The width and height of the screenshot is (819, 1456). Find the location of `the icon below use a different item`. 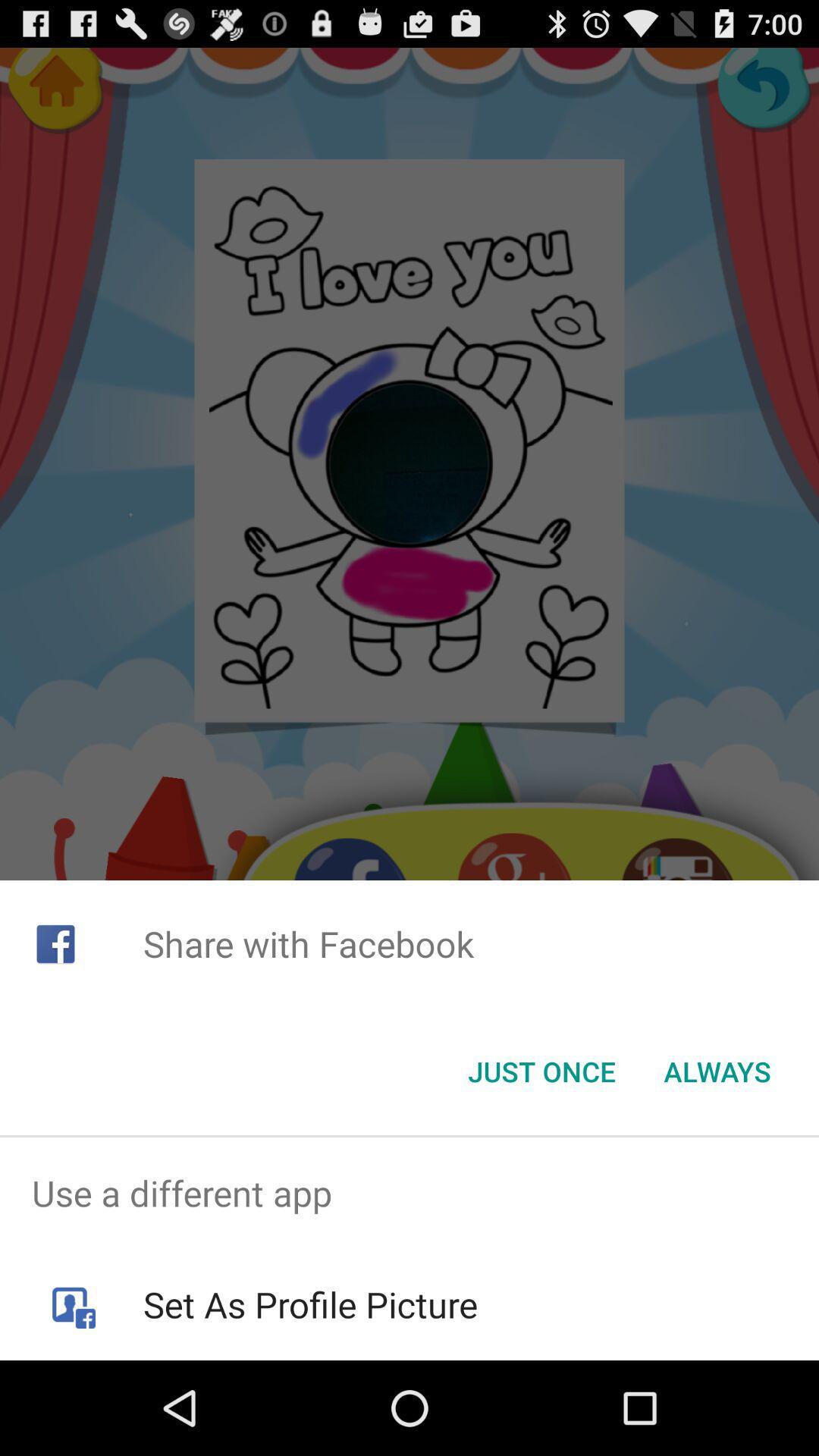

the icon below use a different item is located at coordinates (309, 1304).